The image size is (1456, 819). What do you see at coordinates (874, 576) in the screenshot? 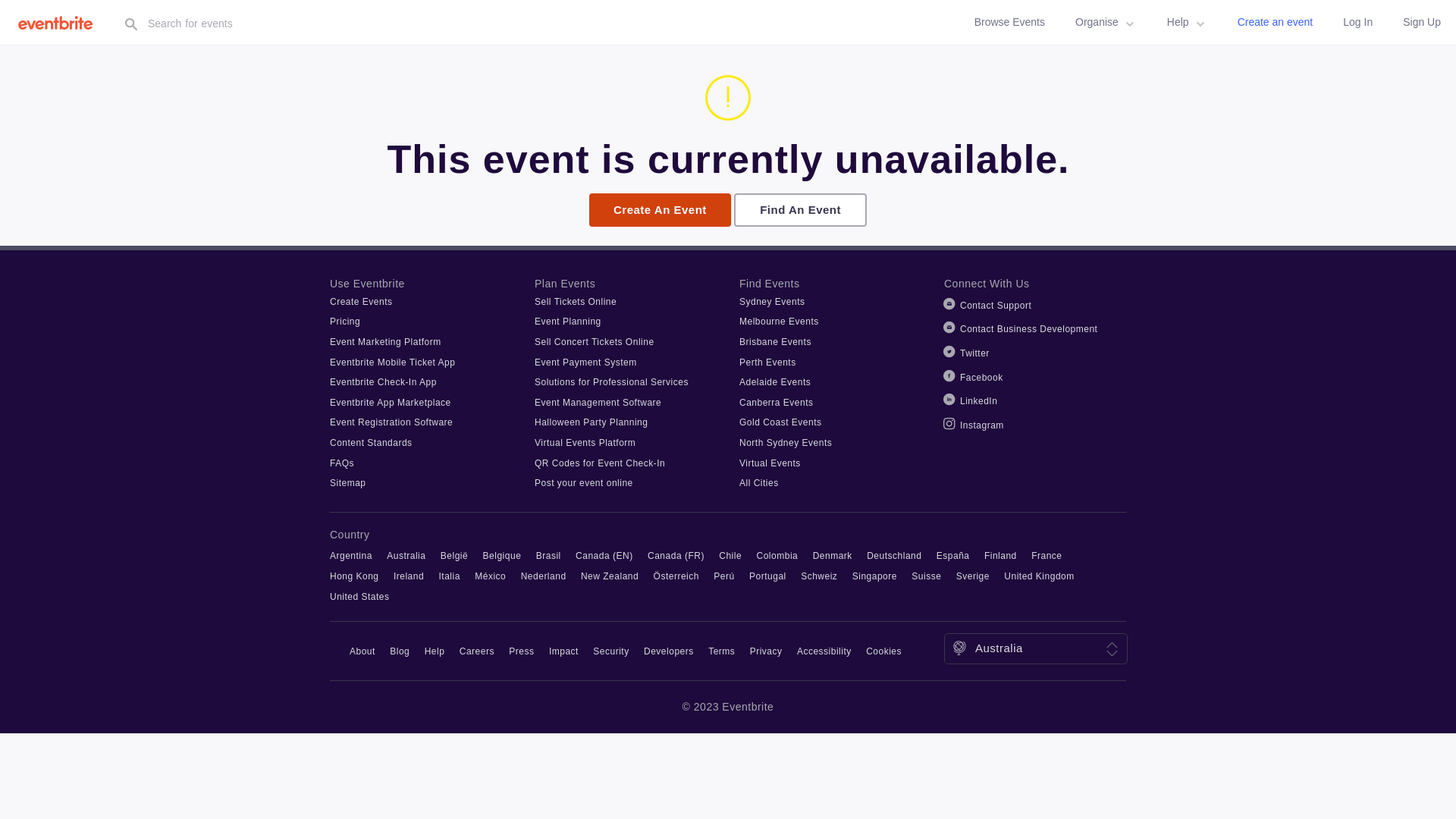
I see `'Singapore'` at bounding box center [874, 576].